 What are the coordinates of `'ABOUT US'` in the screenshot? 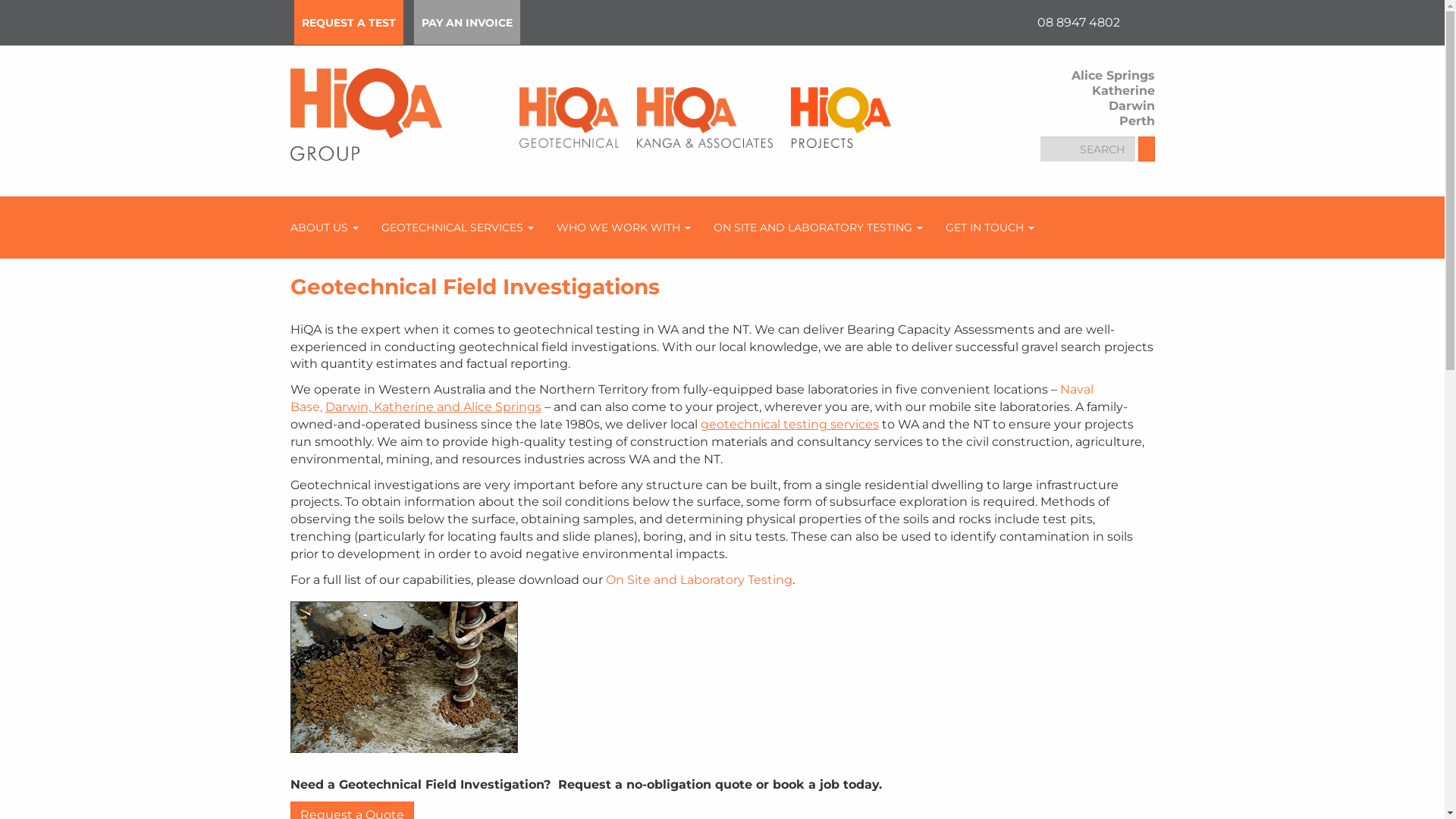 It's located at (323, 227).